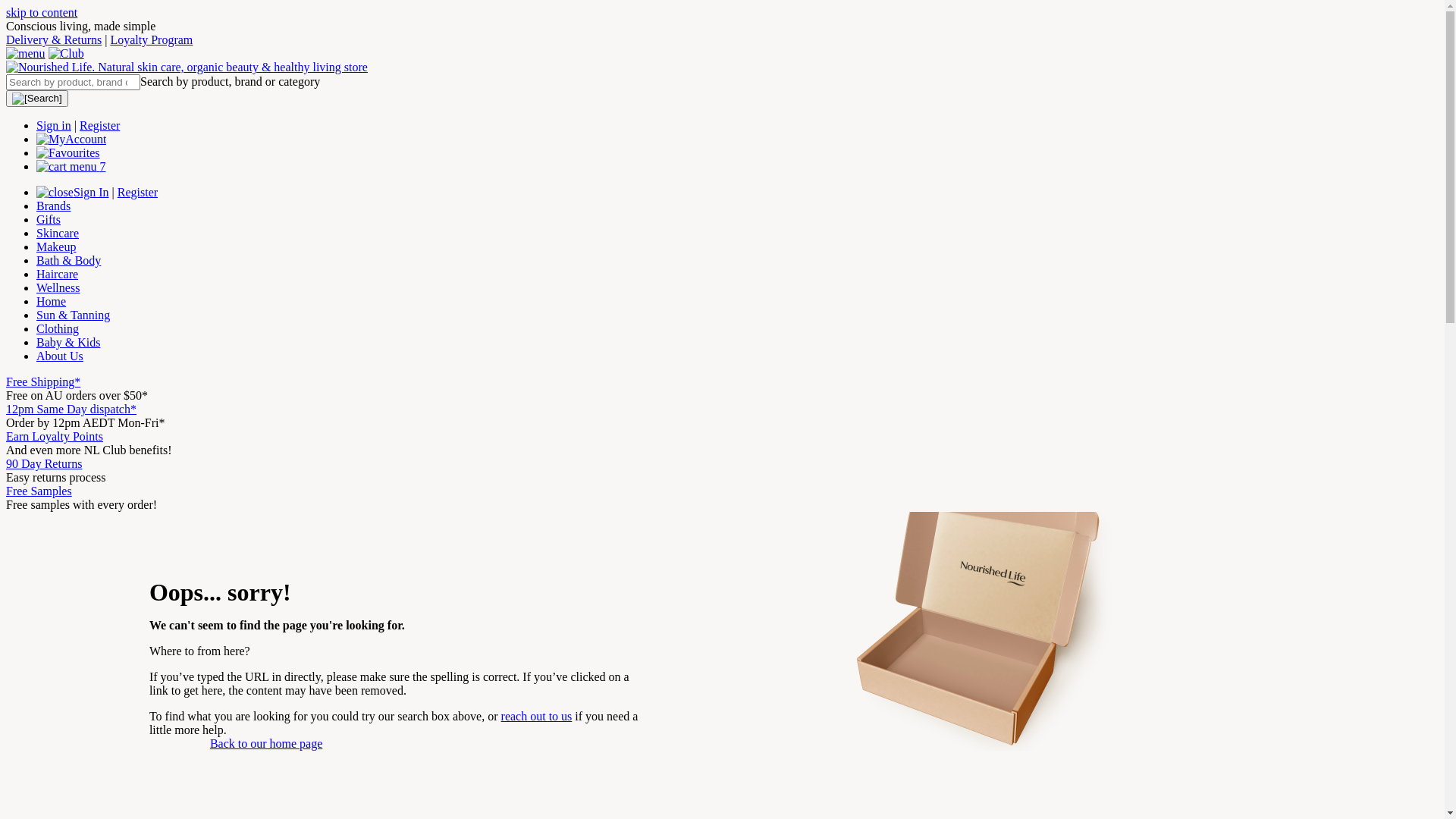 Image resolution: width=1456 pixels, height=819 pixels. Describe the element at coordinates (58, 328) in the screenshot. I see `'Clothing'` at that location.